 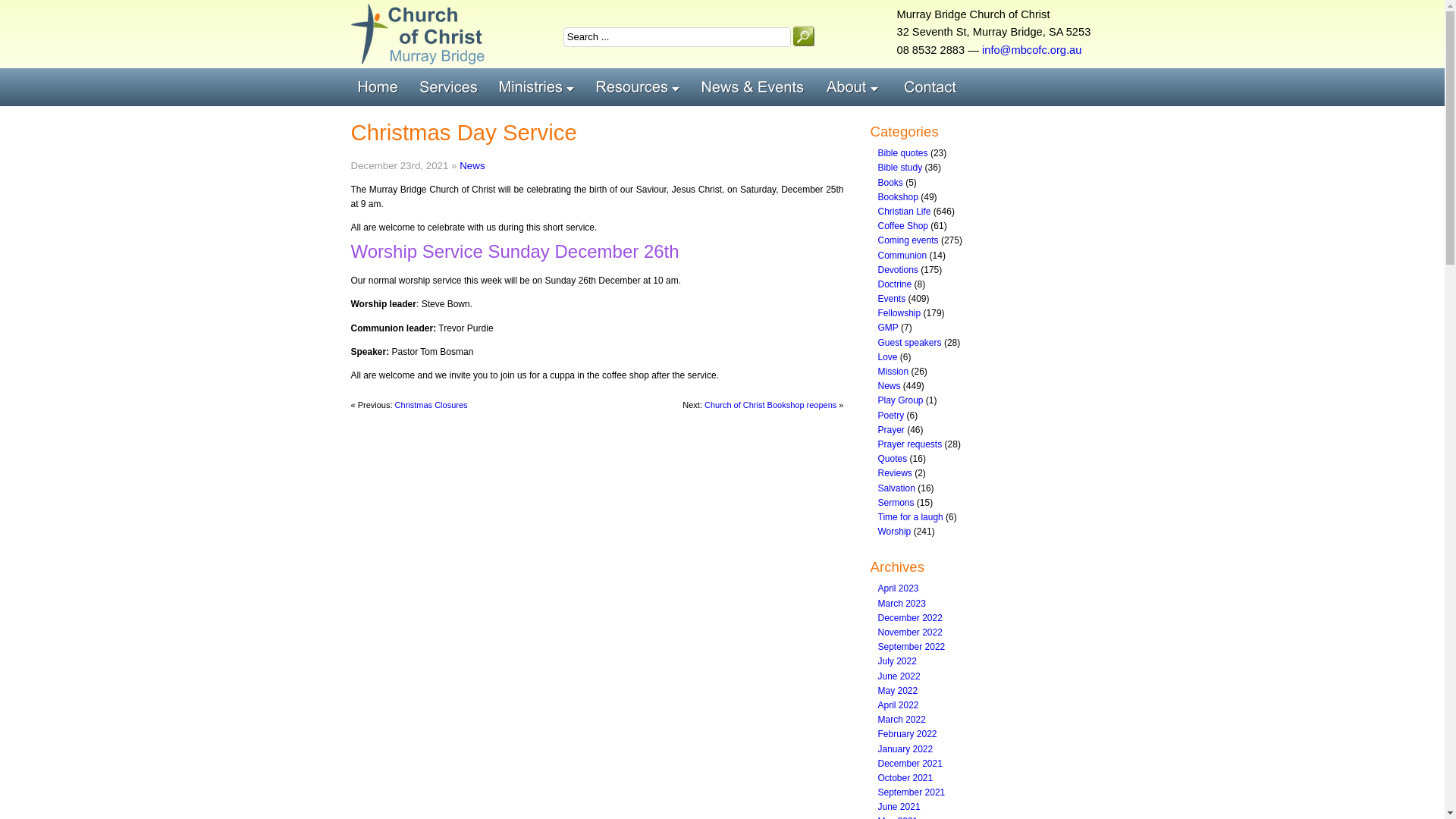 I want to click on 'Time for a laugh', so click(x=877, y=516).